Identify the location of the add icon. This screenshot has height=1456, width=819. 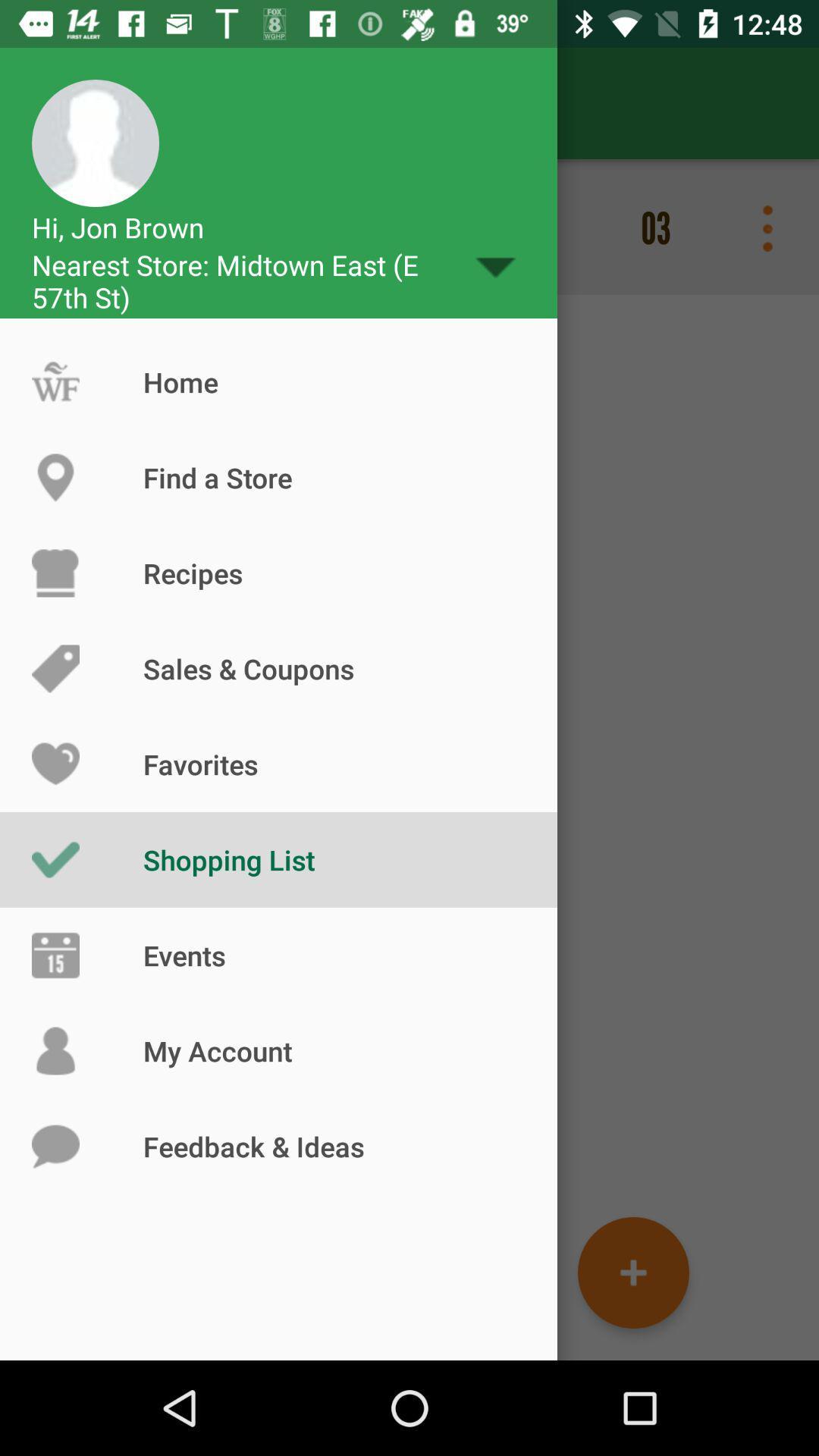
(633, 1272).